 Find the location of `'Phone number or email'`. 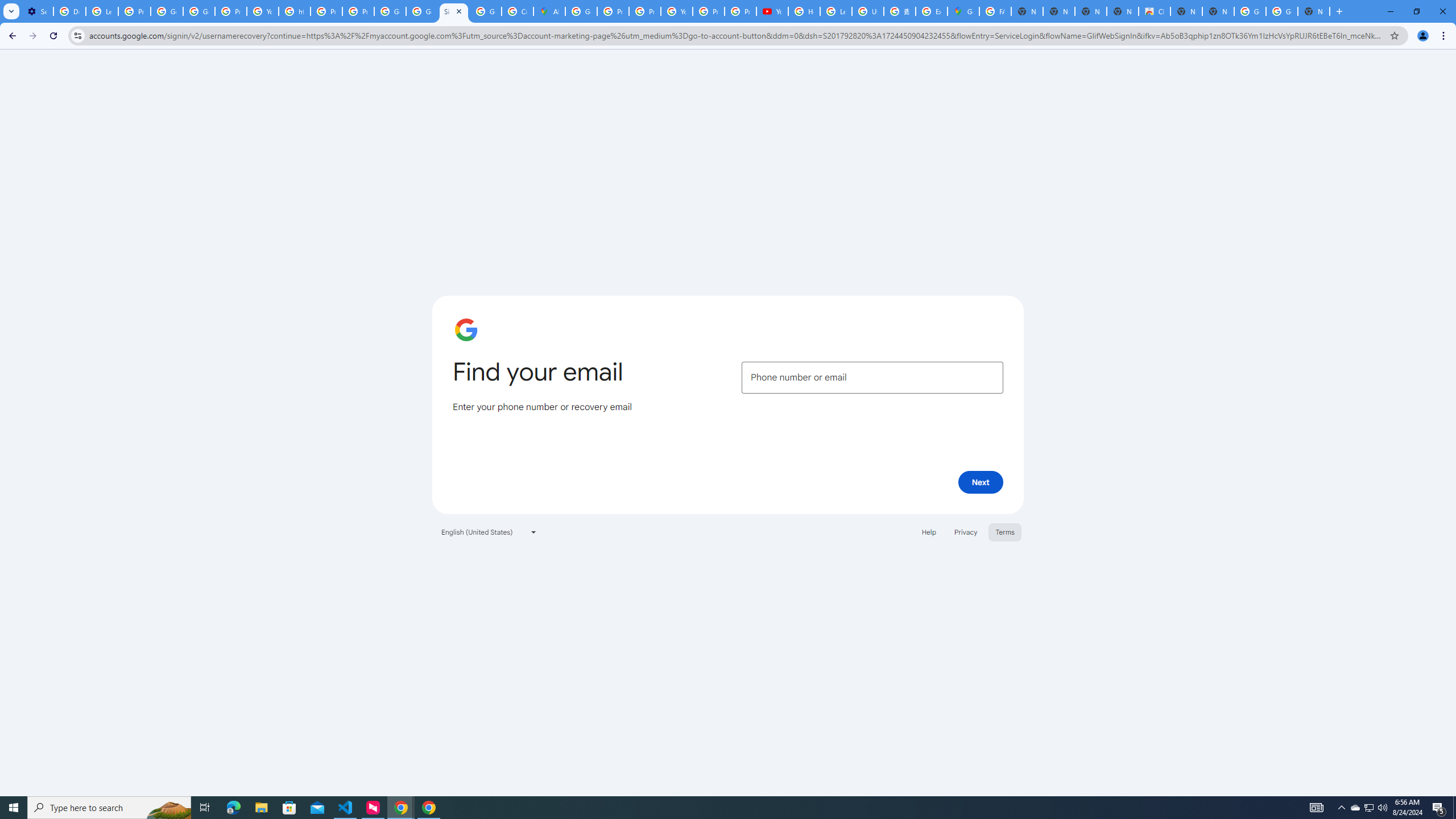

'Phone number or email' is located at coordinates (872, 377).